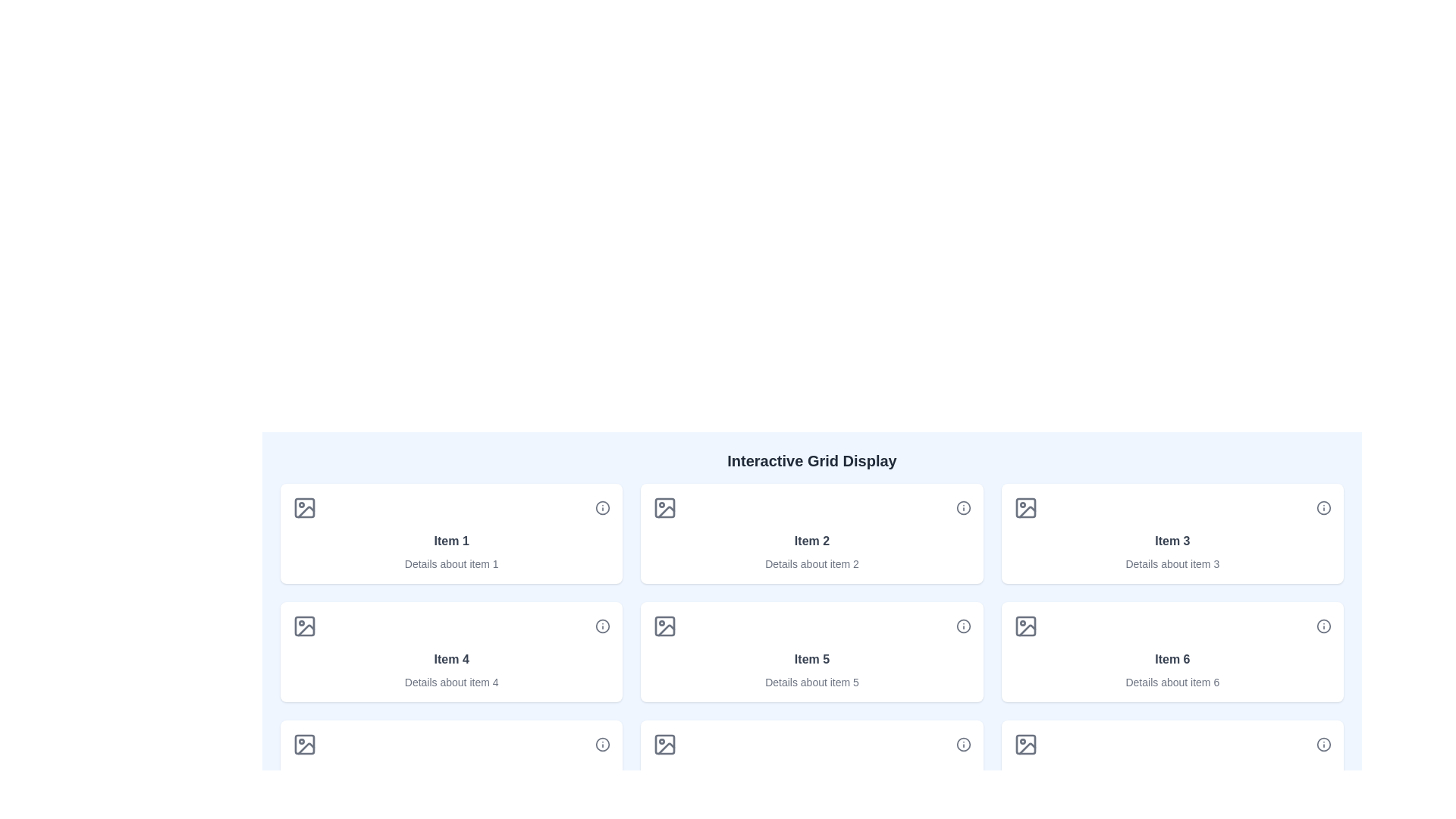 The image size is (1456, 819). Describe the element at coordinates (962, 508) in the screenshot. I see `the Icon button in the top-right corner of the 'Item 2' card` at that location.